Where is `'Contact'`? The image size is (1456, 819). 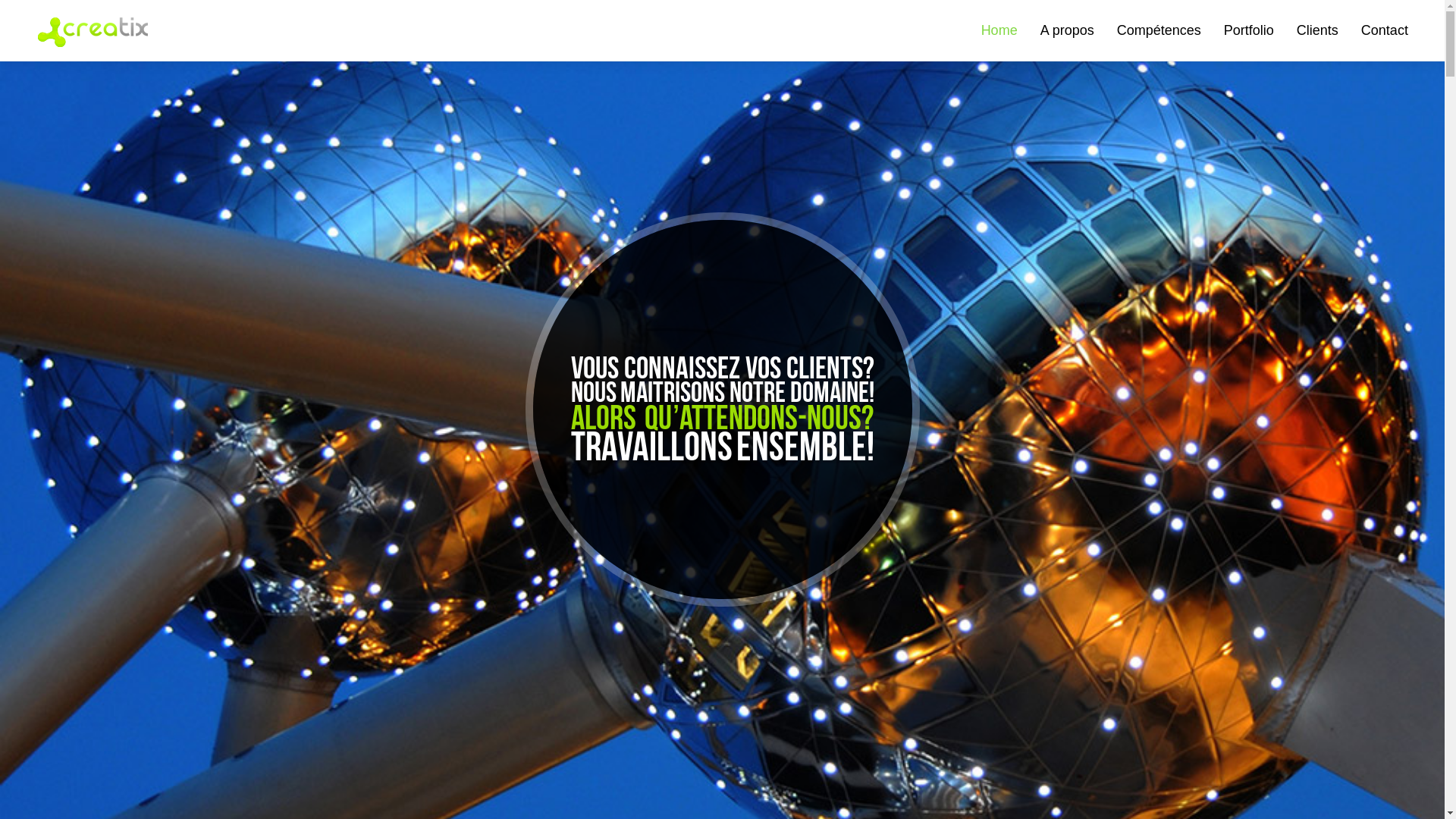 'Contact' is located at coordinates (1384, 30).